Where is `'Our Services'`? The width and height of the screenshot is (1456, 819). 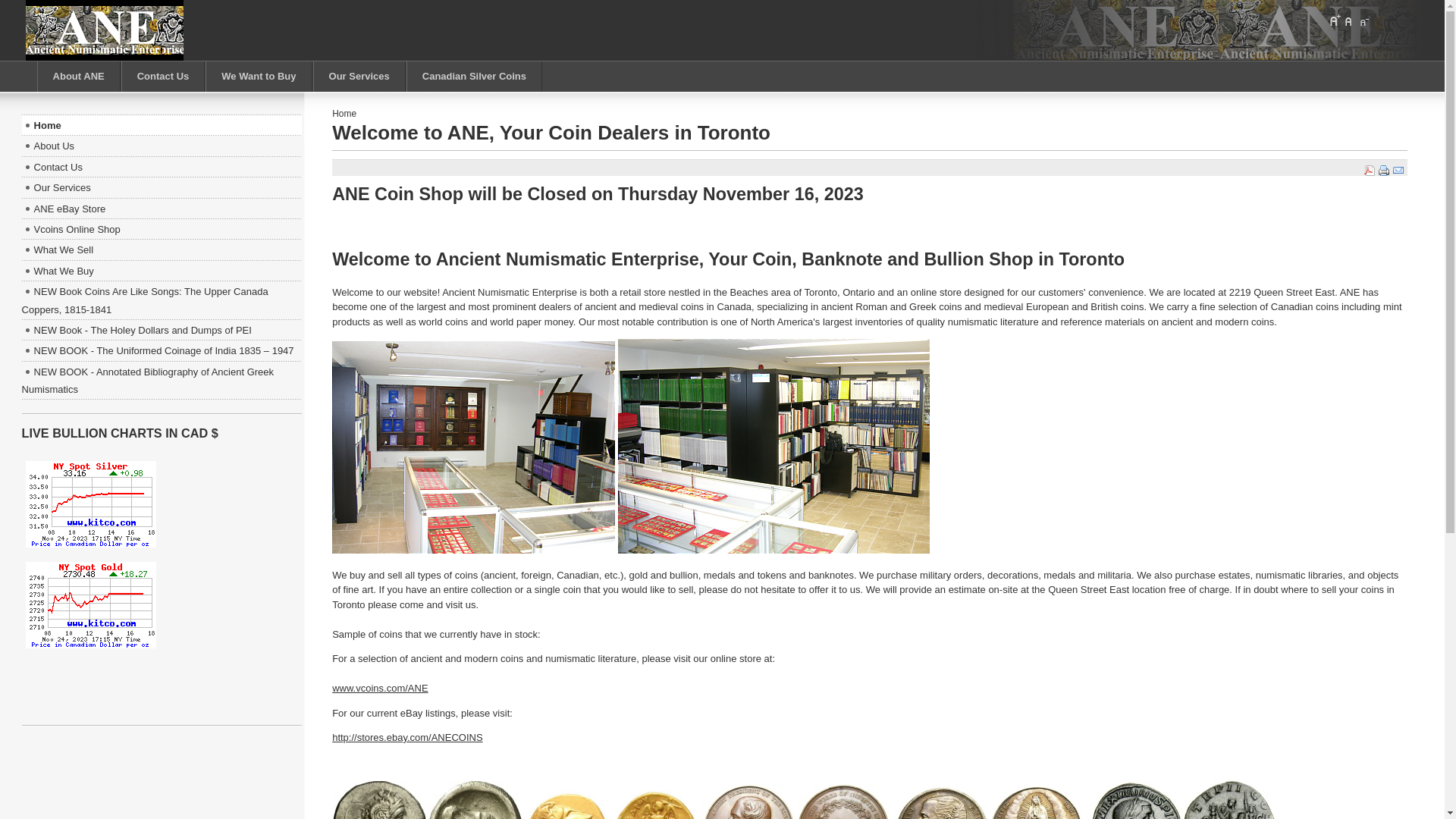
'Our Services' is located at coordinates (359, 76).